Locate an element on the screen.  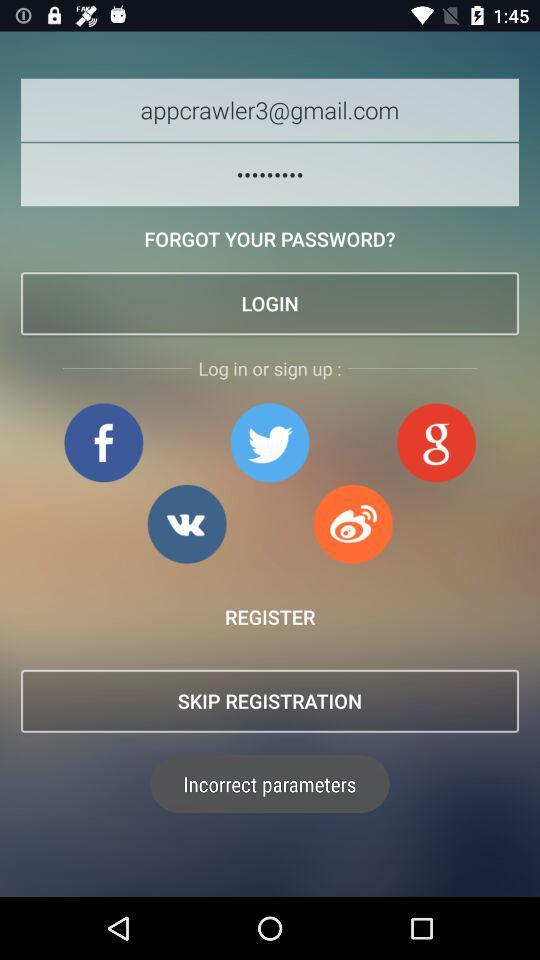
the avatar icon is located at coordinates (435, 442).